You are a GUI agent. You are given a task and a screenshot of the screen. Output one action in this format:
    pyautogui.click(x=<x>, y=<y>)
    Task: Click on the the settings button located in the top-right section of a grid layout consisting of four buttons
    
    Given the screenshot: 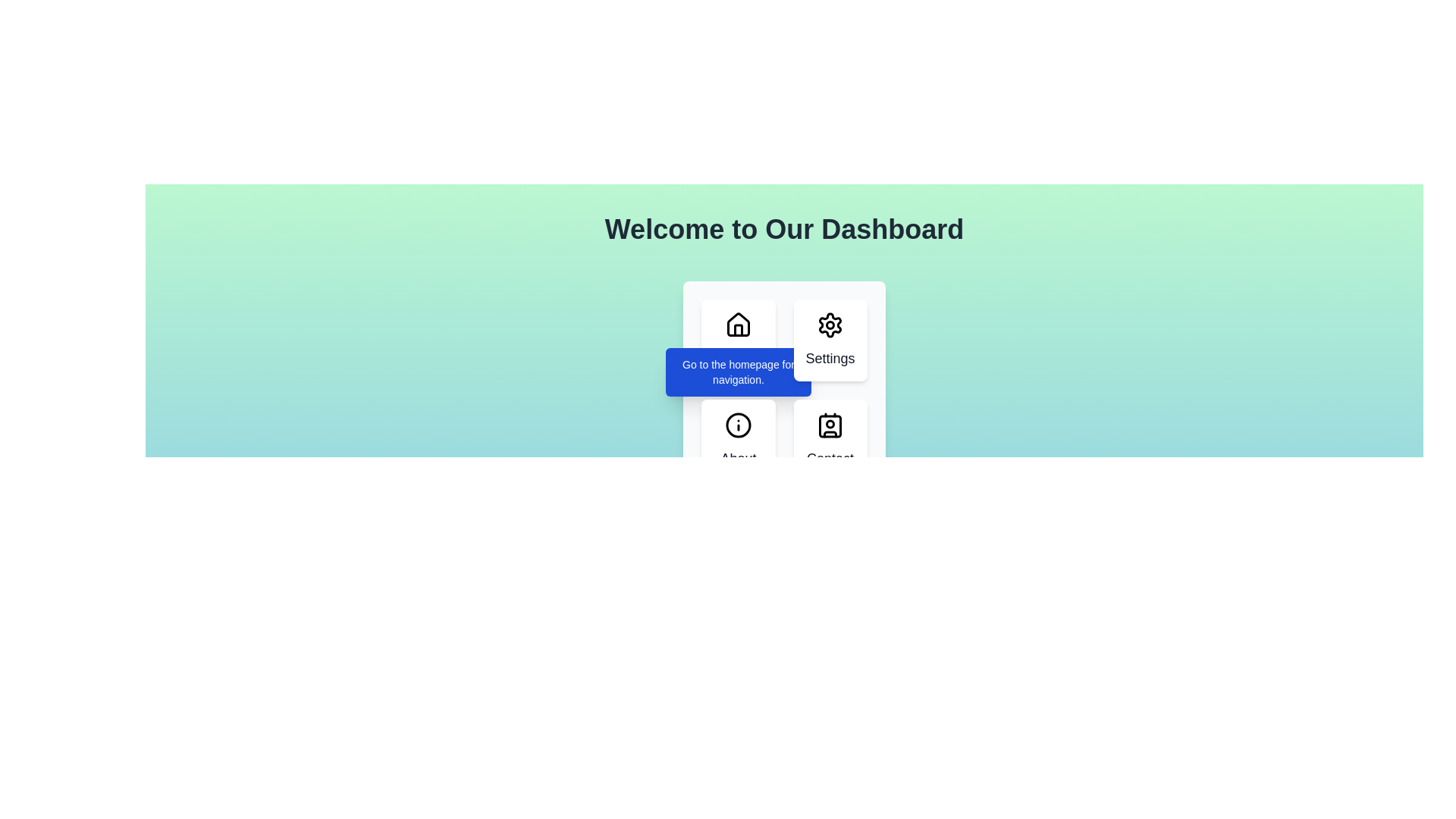 What is the action you would take?
    pyautogui.click(x=829, y=339)
    